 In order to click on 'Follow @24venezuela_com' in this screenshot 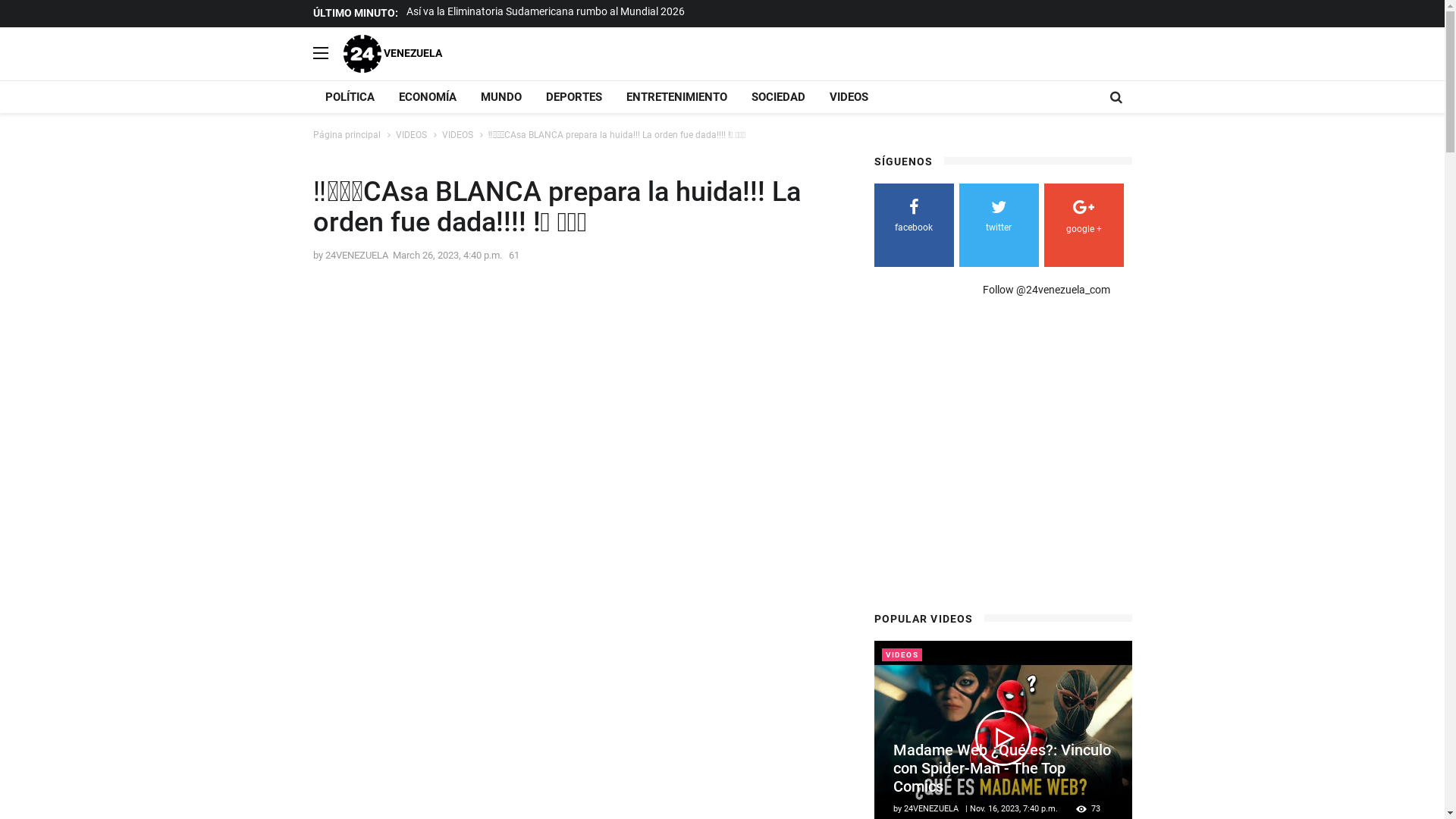, I will do `click(1046, 289)`.